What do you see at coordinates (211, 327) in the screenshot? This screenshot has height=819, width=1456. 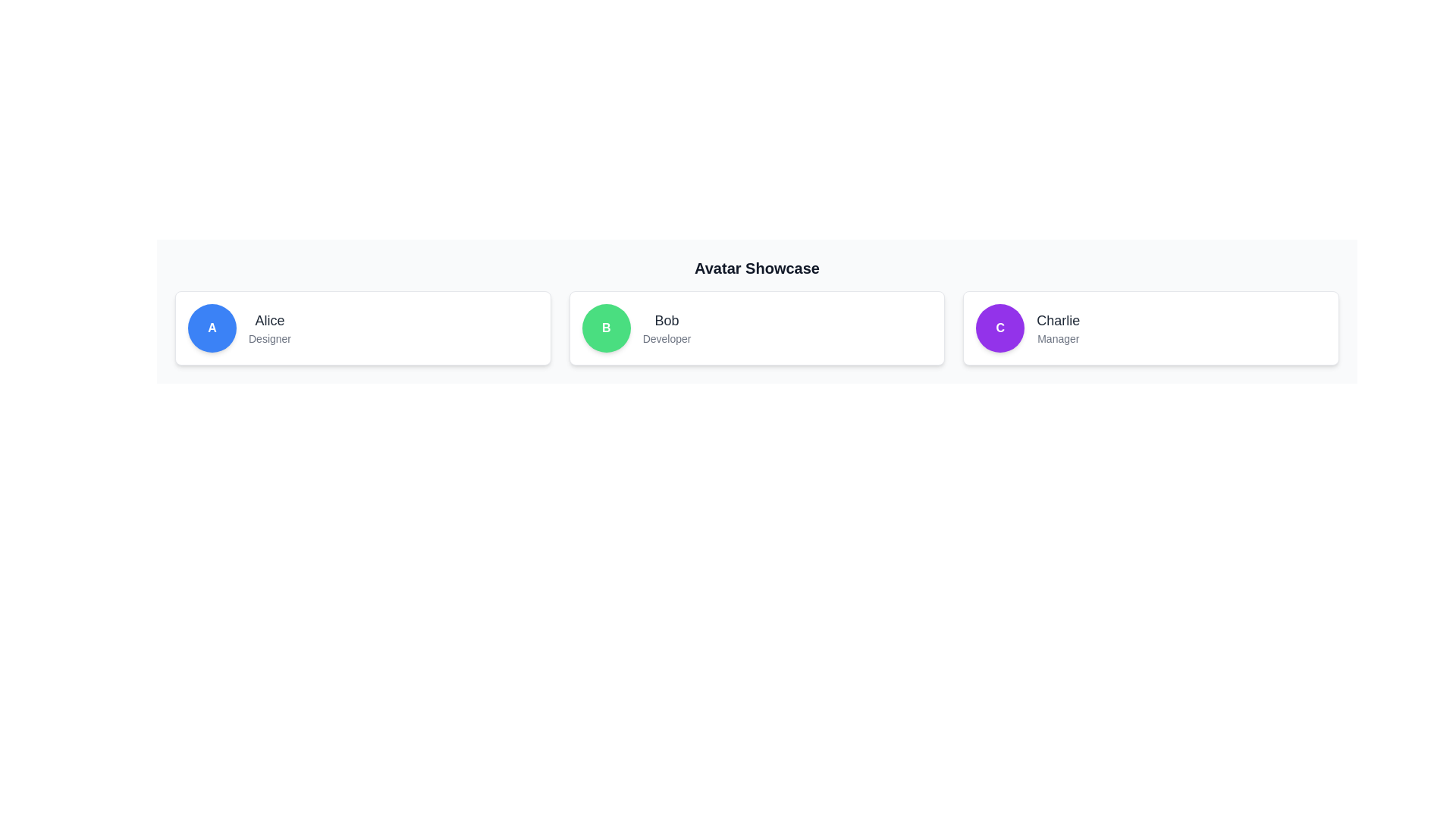 I see `the user avatar icon for 'Alice Designer'` at bounding box center [211, 327].